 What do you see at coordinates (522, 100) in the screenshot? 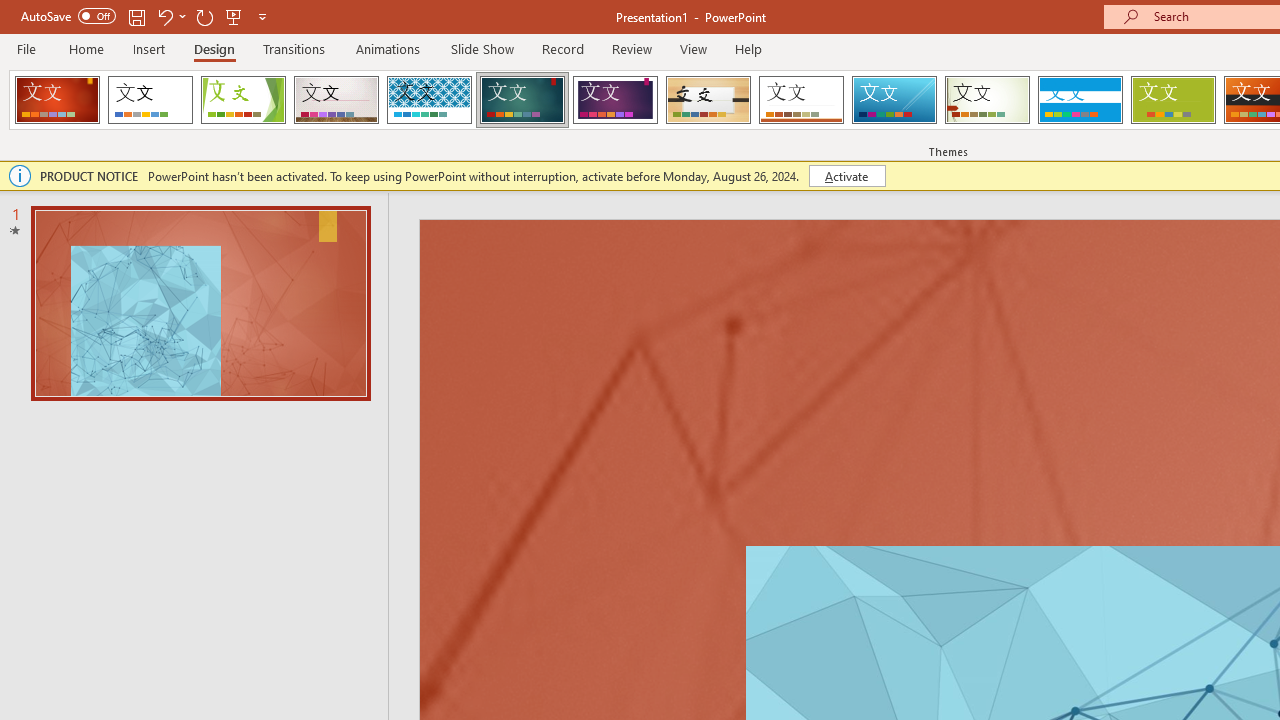
I see `'Ion'` at bounding box center [522, 100].